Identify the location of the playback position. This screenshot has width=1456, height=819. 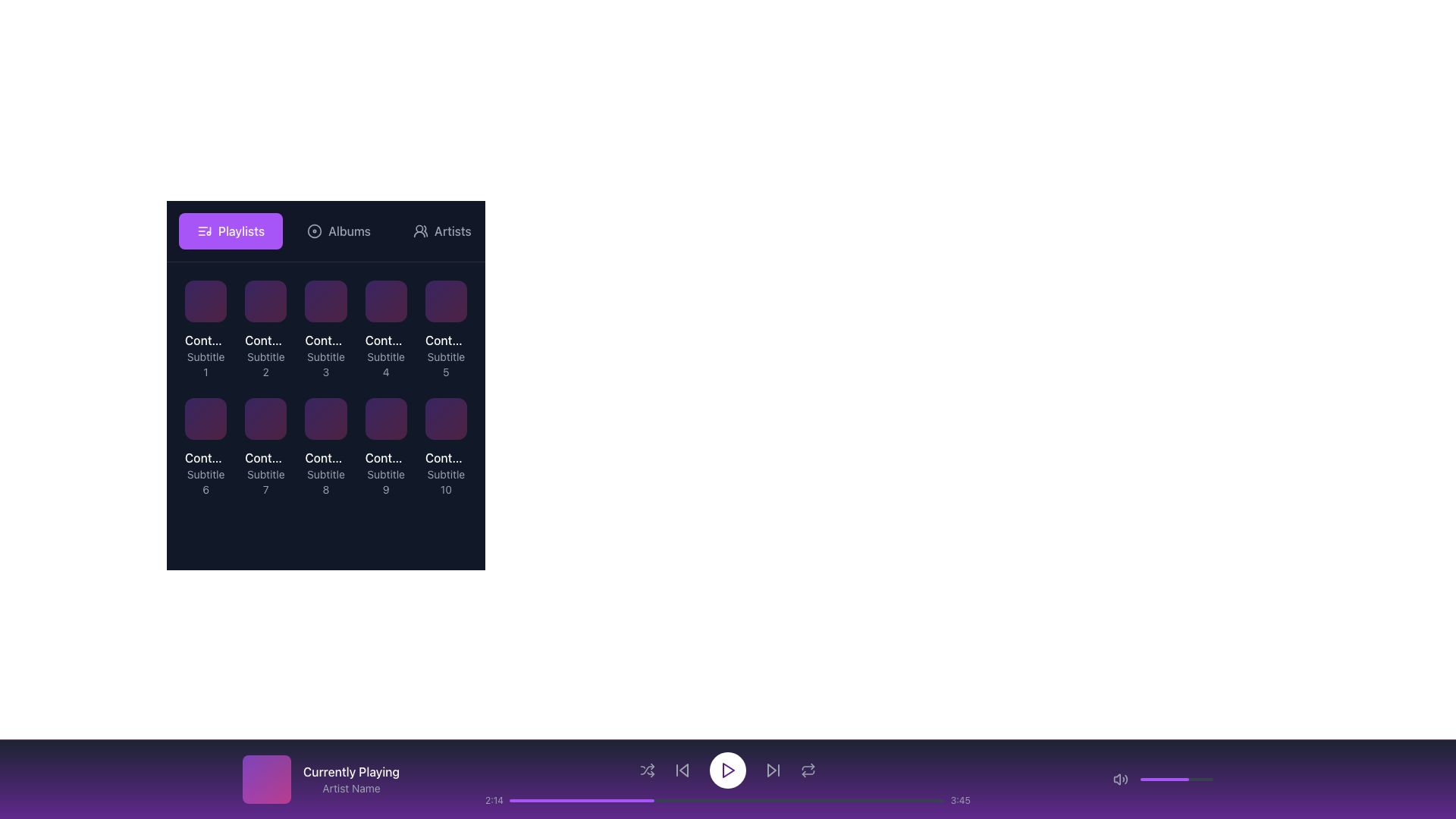
(603, 800).